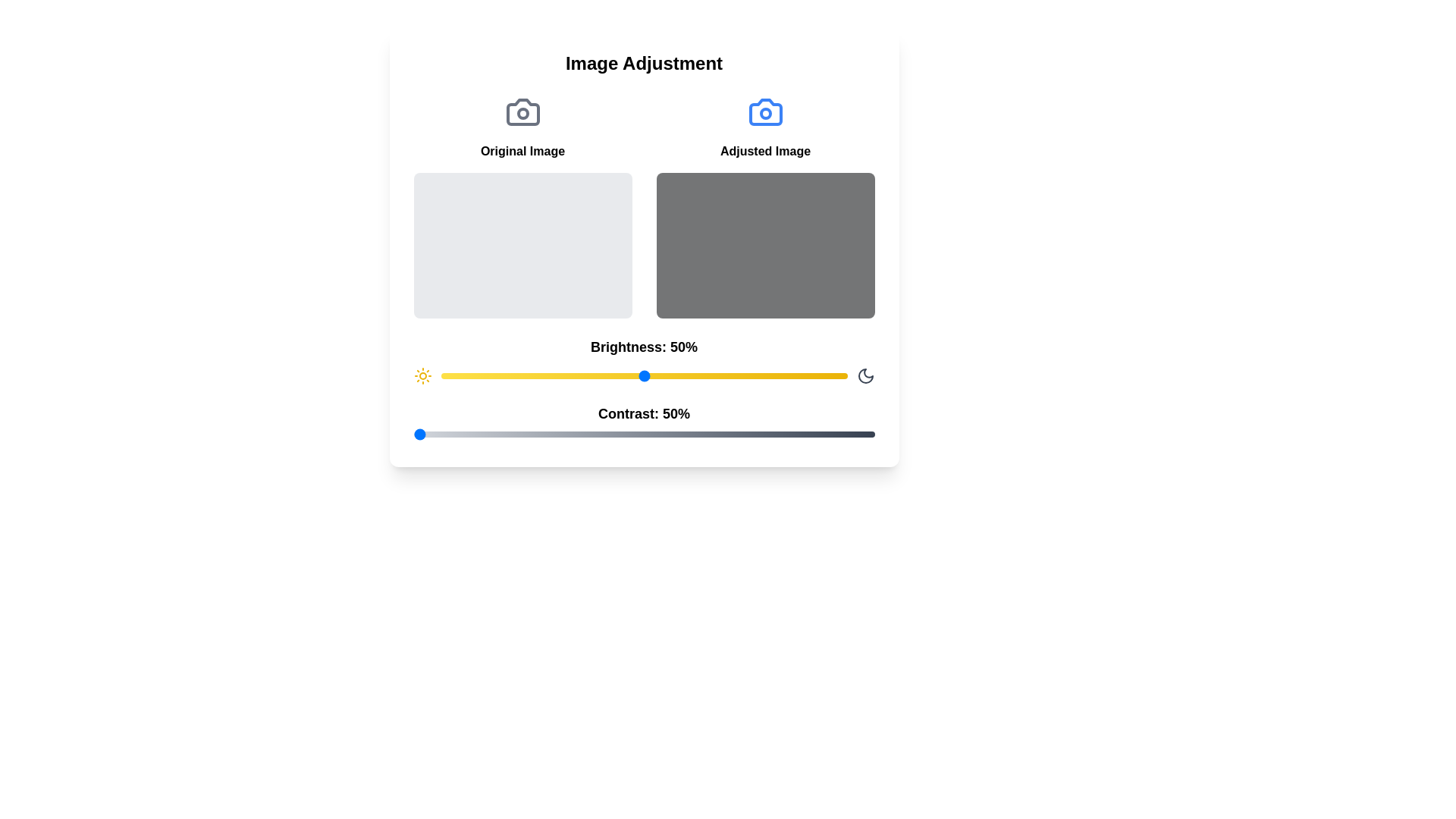 Image resolution: width=1456 pixels, height=819 pixels. Describe the element at coordinates (708, 375) in the screenshot. I see `the brightness` at that location.